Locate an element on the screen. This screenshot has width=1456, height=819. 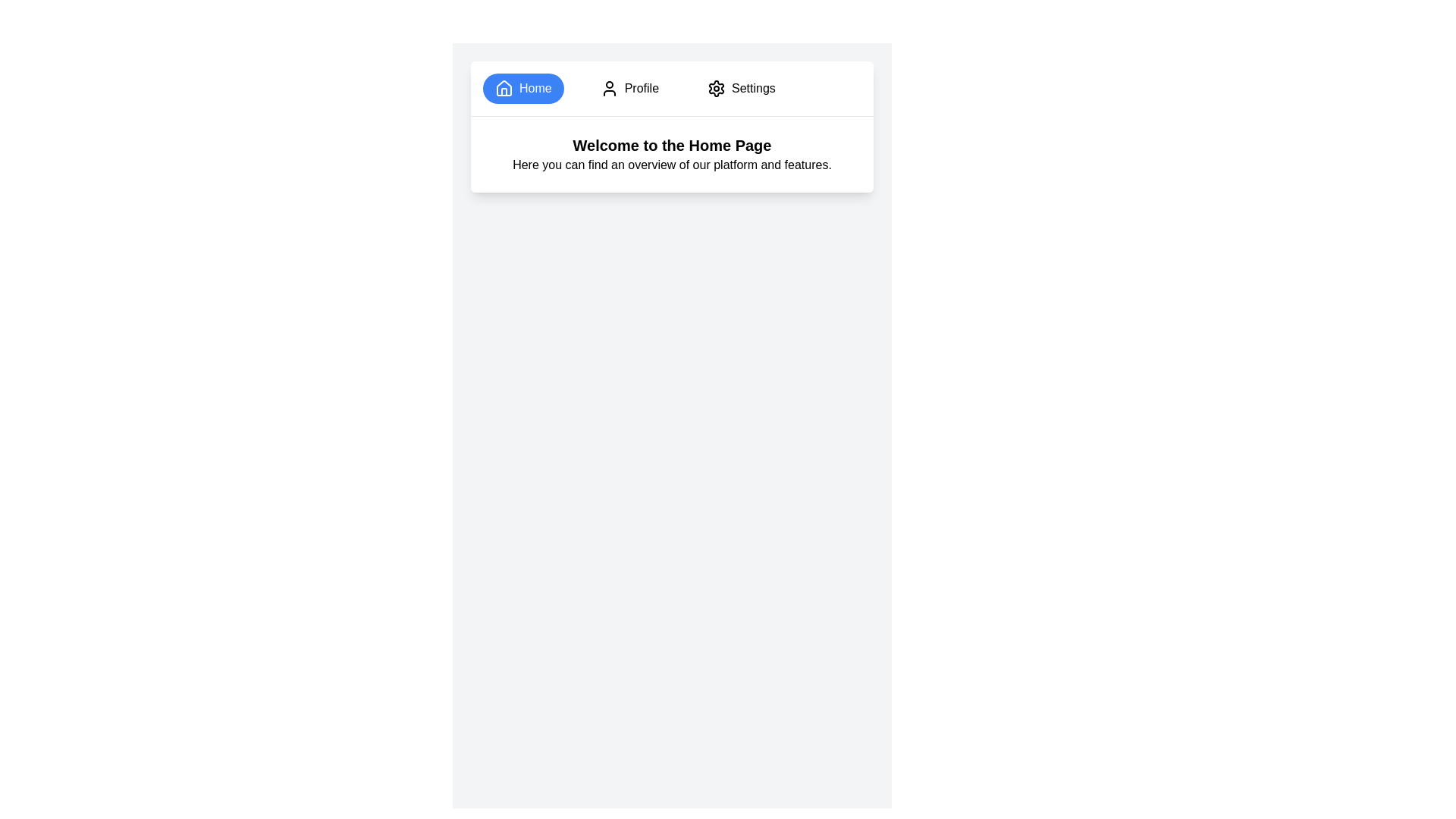
the 'Settings' text label in the navigation bar is located at coordinates (753, 88).